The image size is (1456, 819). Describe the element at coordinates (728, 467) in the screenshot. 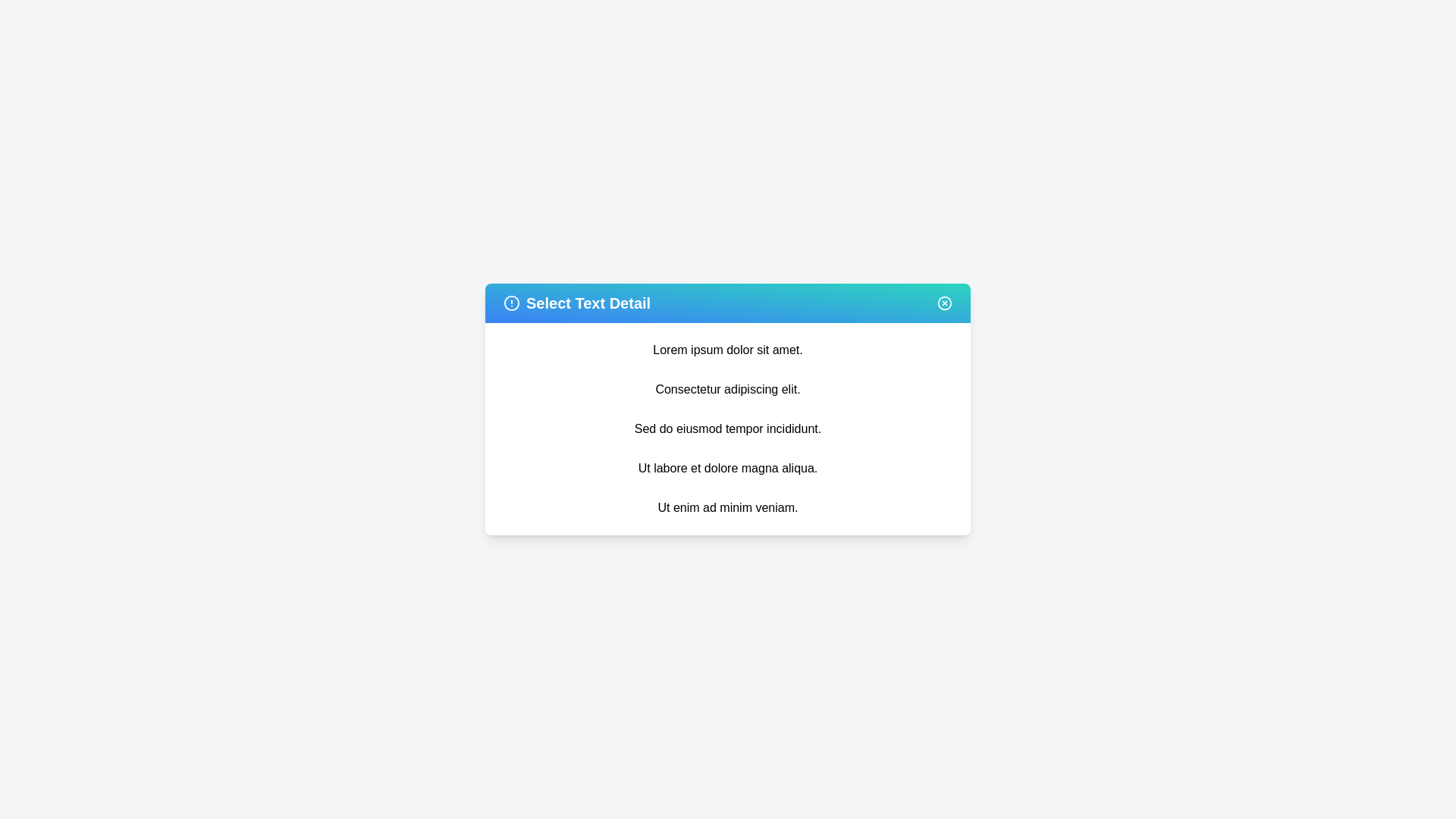

I see `the text item 'Ut labore et dolore magna aliqua.' from the list` at that location.